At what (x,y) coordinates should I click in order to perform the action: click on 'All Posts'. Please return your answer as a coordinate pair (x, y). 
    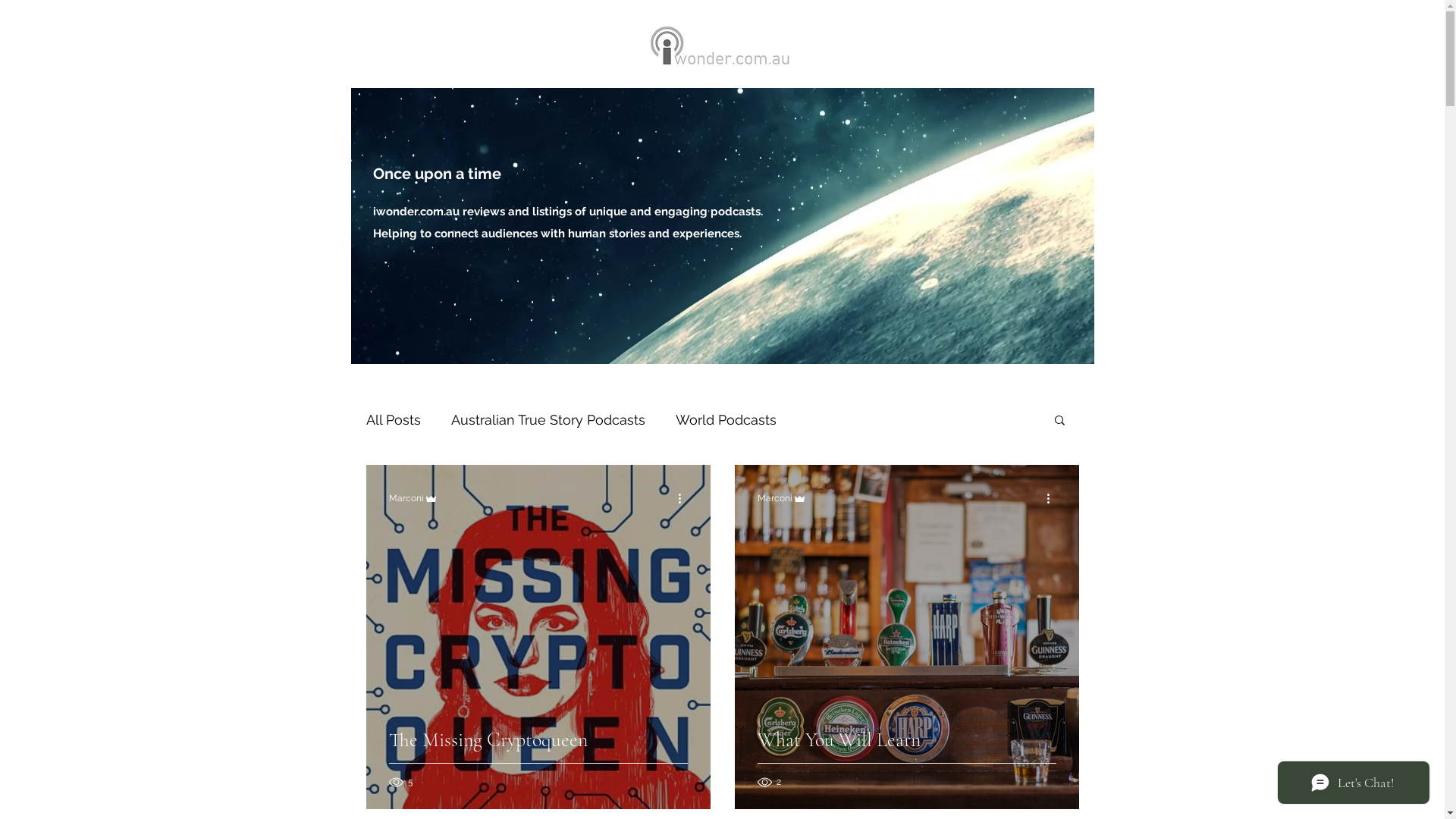
    Looking at the image, I should click on (393, 419).